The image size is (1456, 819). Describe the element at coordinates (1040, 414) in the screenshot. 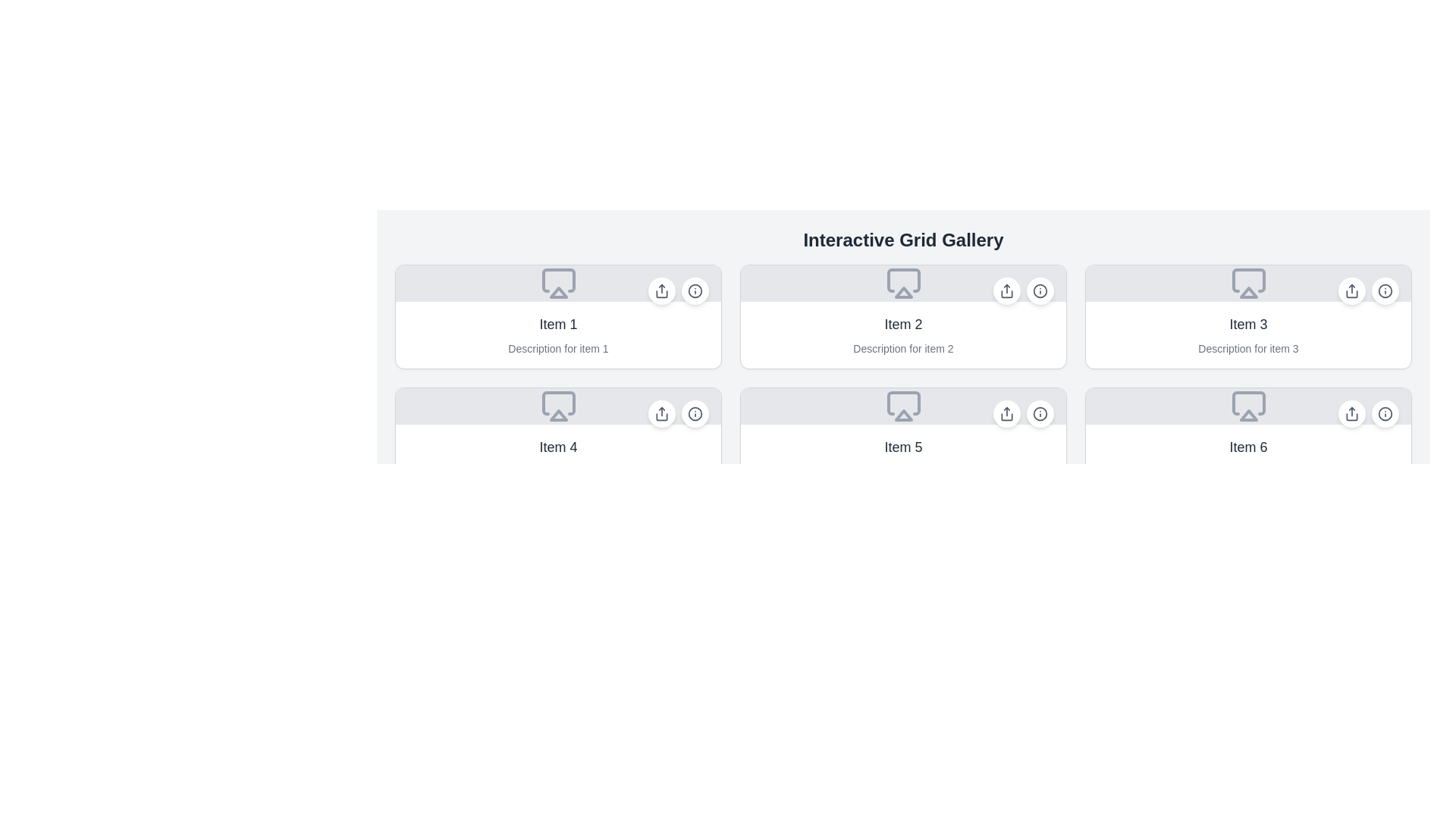

I see `the informational button, which is a circular icon with a white background and a gray 'i' inside, located at the top-right corner of the card labeled 'Item 5'` at that location.